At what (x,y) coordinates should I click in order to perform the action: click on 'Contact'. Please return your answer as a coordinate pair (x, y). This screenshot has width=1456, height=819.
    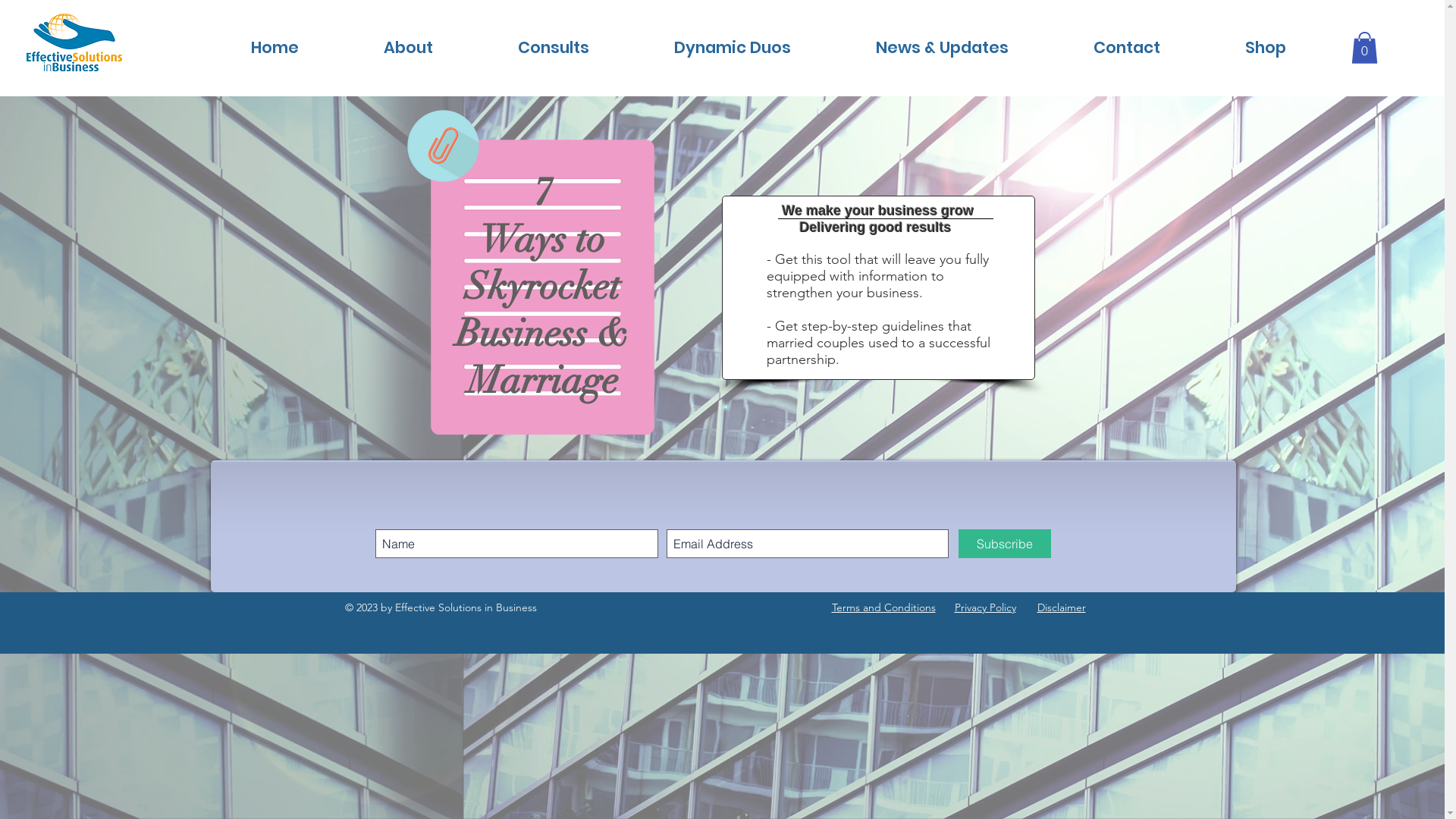
    Looking at the image, I should click on (1127, 46).